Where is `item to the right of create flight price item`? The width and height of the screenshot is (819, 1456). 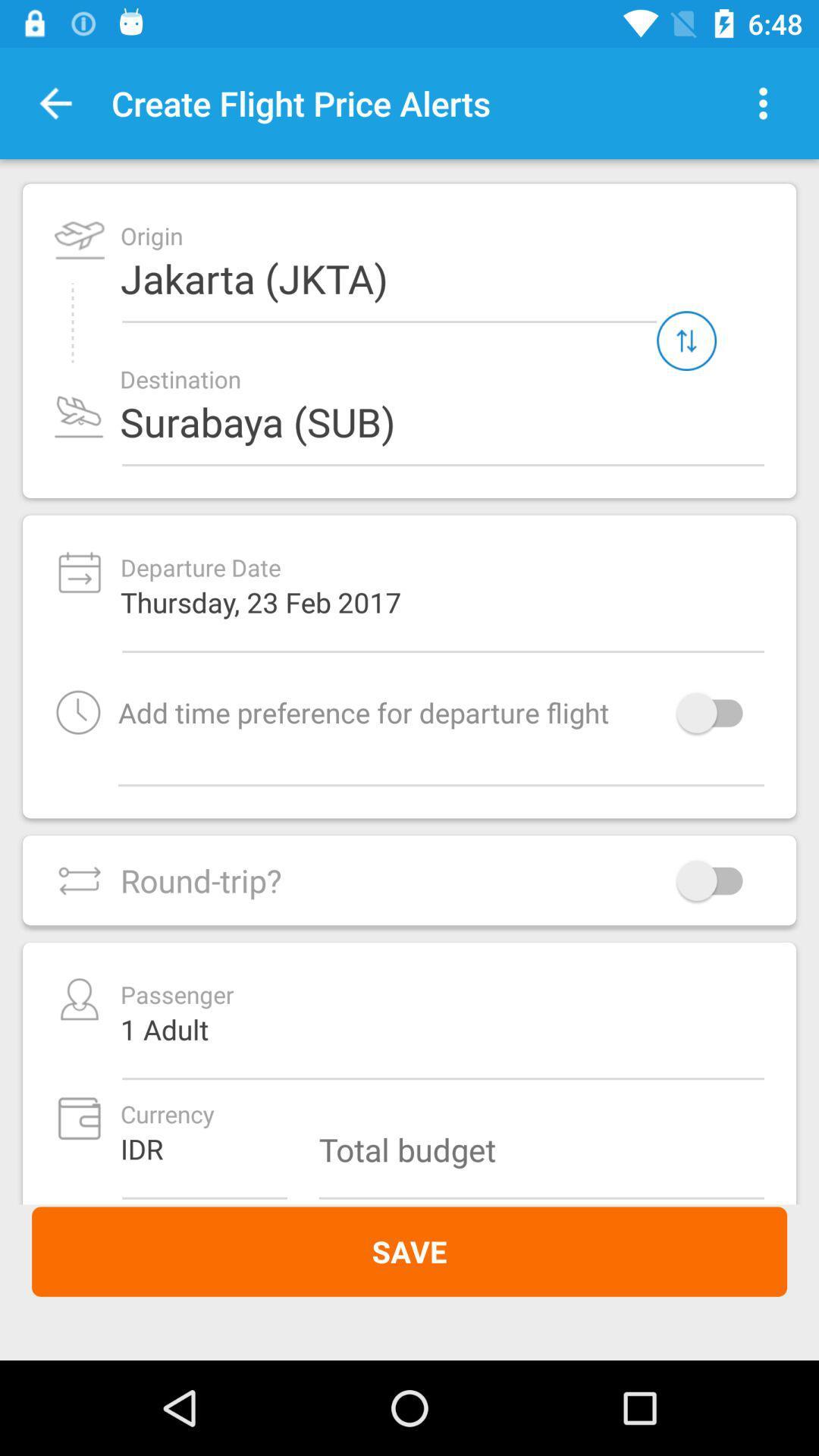 item to the right of create flight price item is located at coordinates (763, 102).